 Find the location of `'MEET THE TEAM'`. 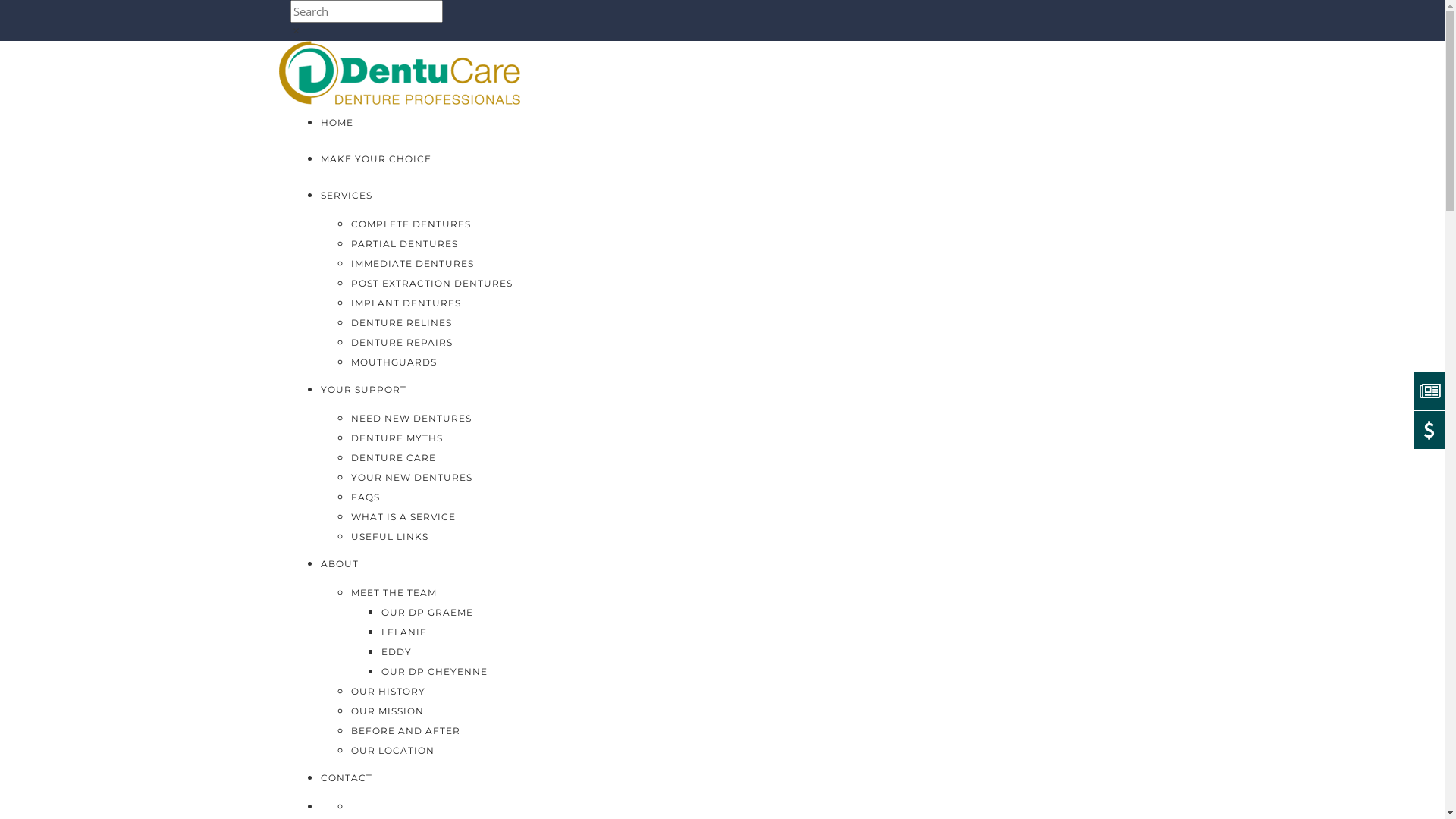

'MEET THE TEAM' is located at coordinates (393, 591).